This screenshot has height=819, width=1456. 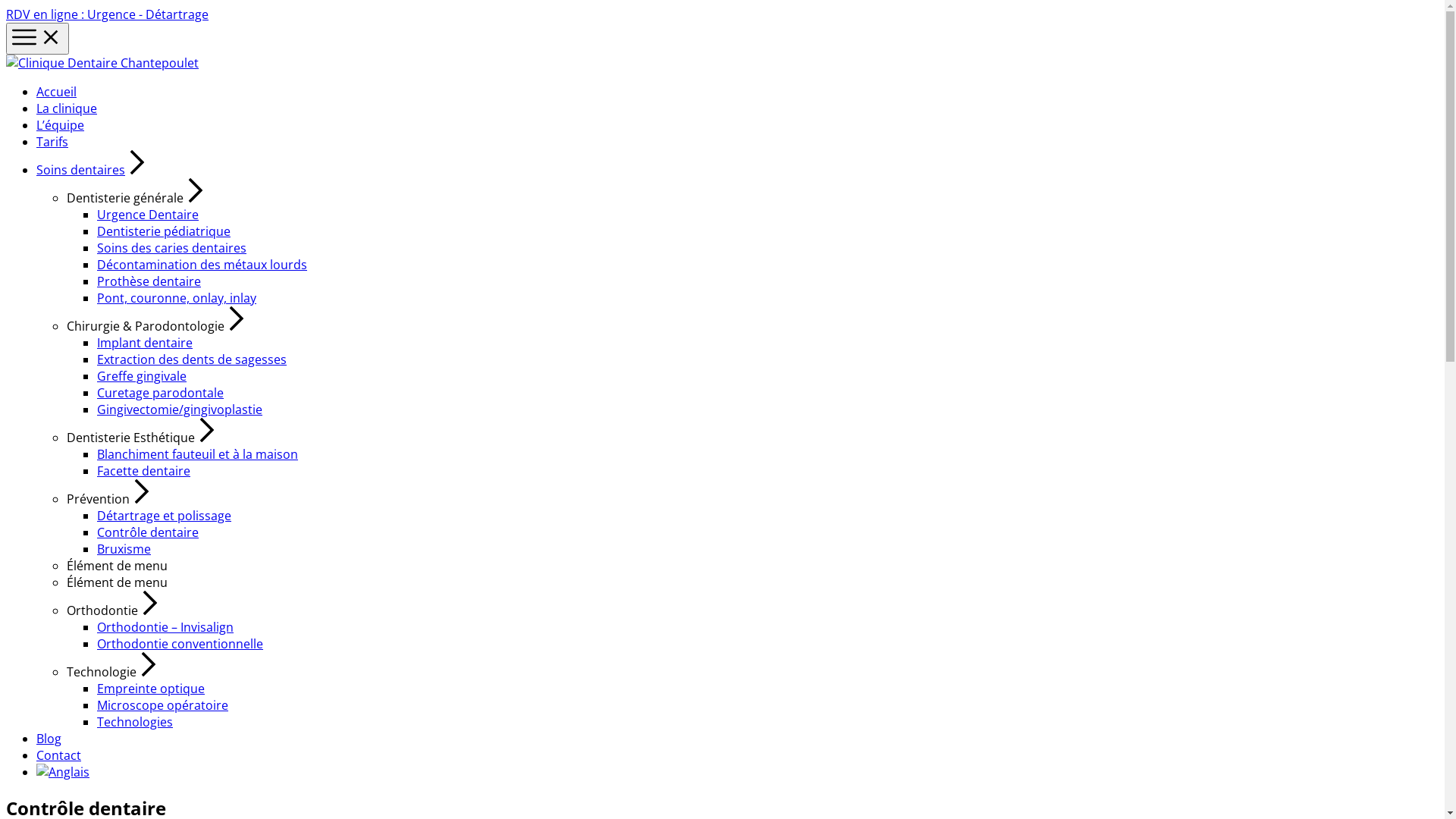 What do you see at coordinates (113, 610) in the screenshot?
I see `'Orthodontie'` at bounding box center [113, 610].